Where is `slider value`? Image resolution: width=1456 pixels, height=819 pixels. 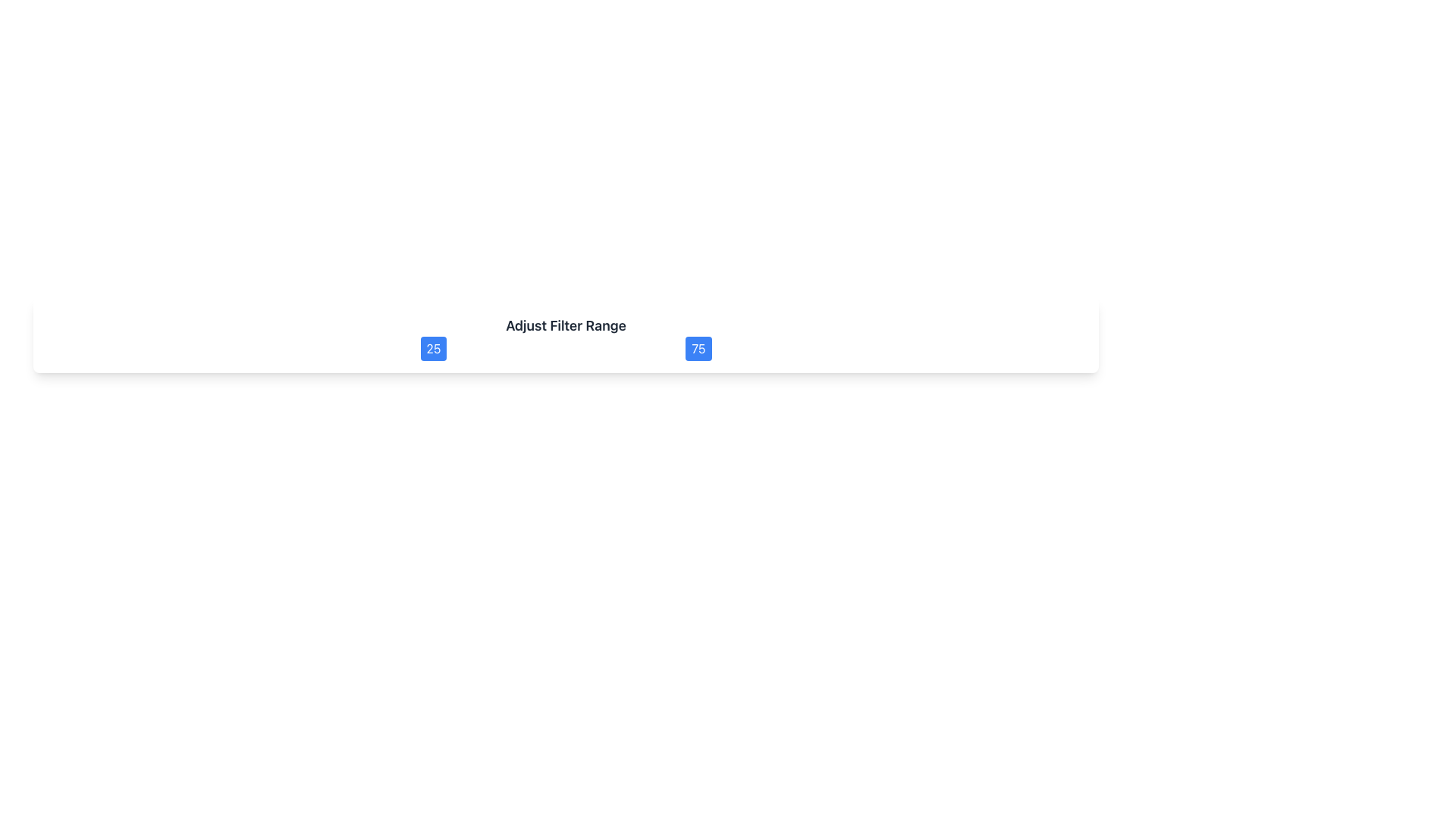
slider value is located at coordinates (634, 356).